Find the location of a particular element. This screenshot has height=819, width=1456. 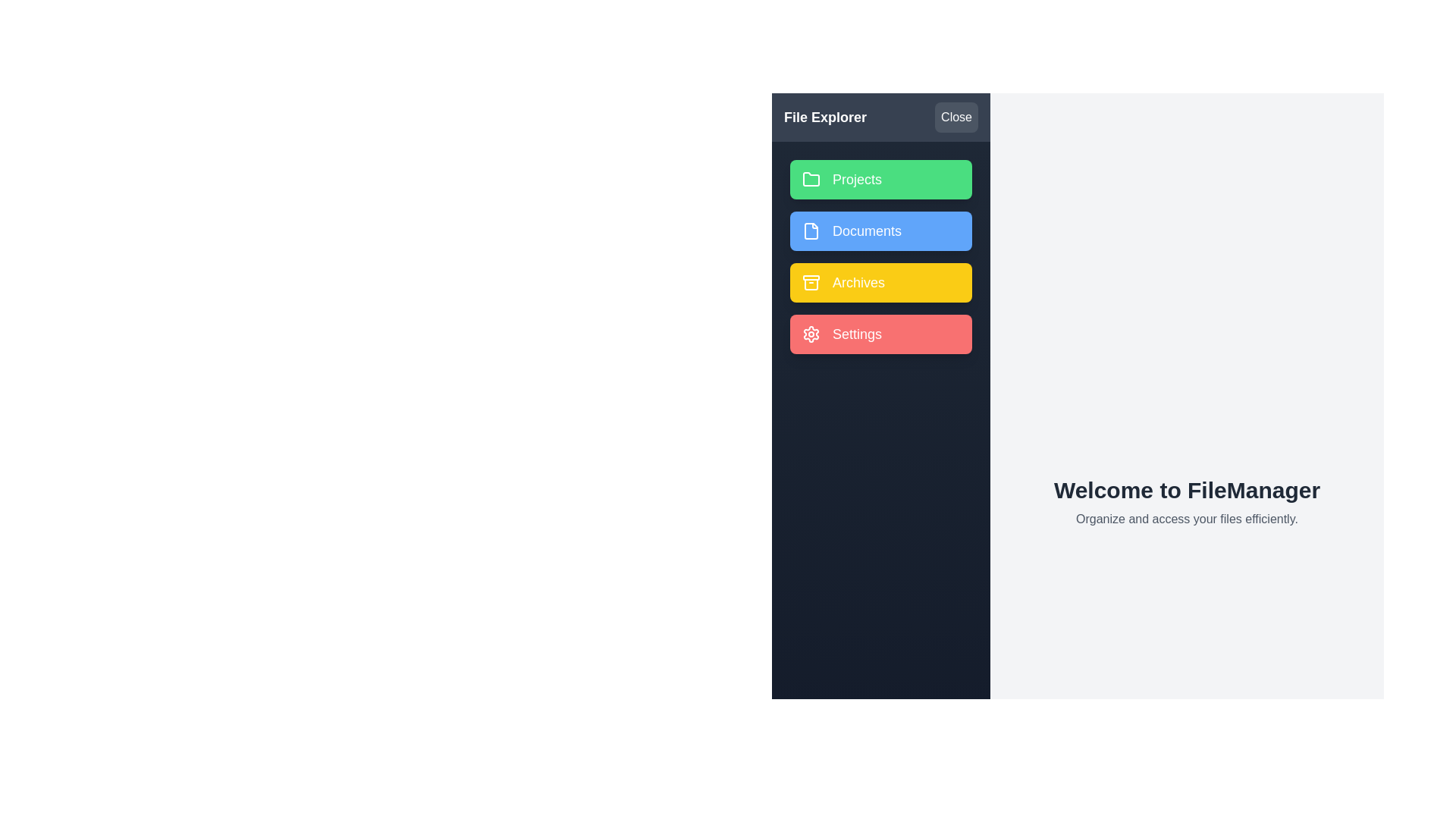

the Archives button to navigate to the respective section is located at coordinates (880, 283).